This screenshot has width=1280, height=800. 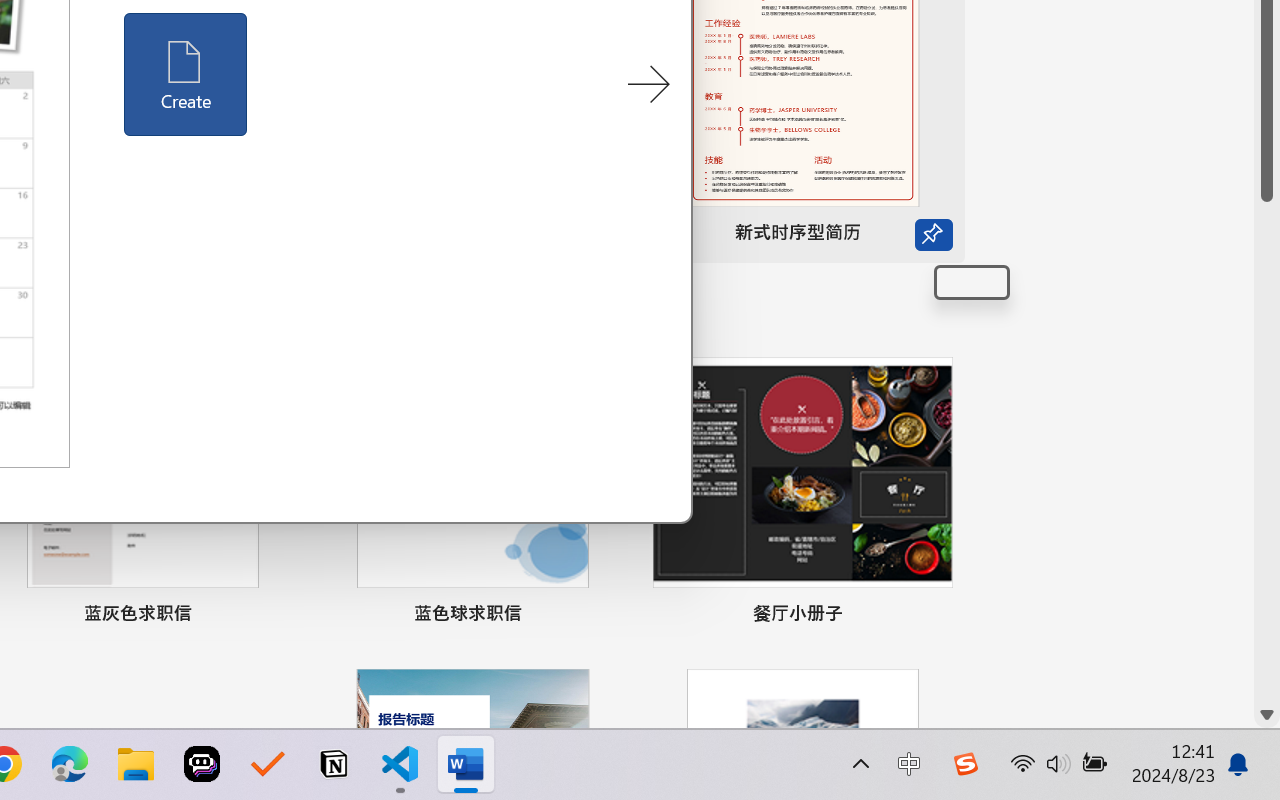 I want to click on 'Line down', so click(x=1266, y=714).